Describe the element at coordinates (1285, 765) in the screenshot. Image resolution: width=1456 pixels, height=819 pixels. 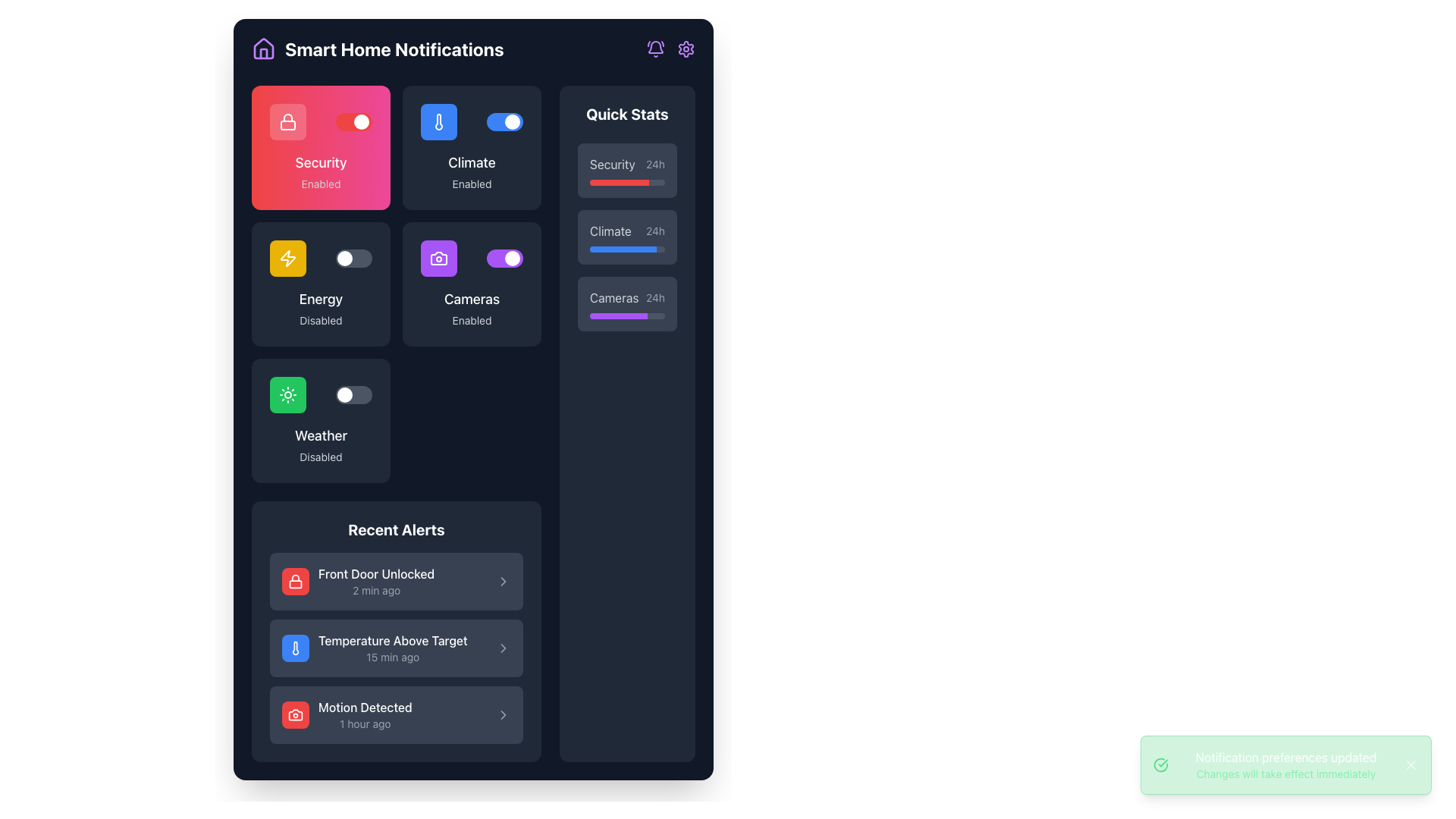
I see `status message that says 'Notification preferences updated' in bold white font and 'Changes will take effect immediately' in smaller greenish font, located in the bottom-right notification pop-up` at that location.